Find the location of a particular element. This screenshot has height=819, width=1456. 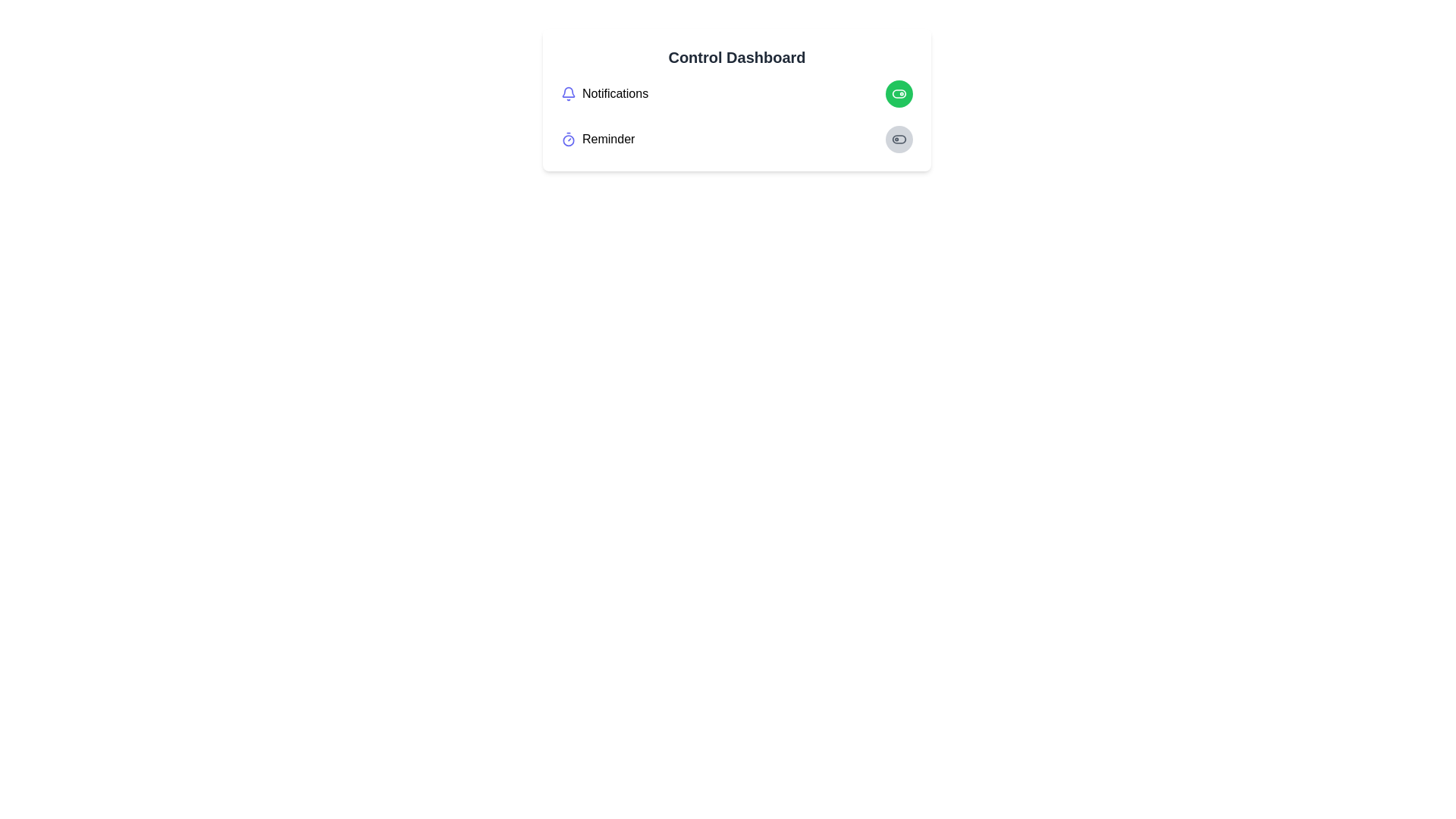

the circular green toggle switch styled as 'on', which is located to the far right of the 'Notifications' label is located at coordinates (899, 93).